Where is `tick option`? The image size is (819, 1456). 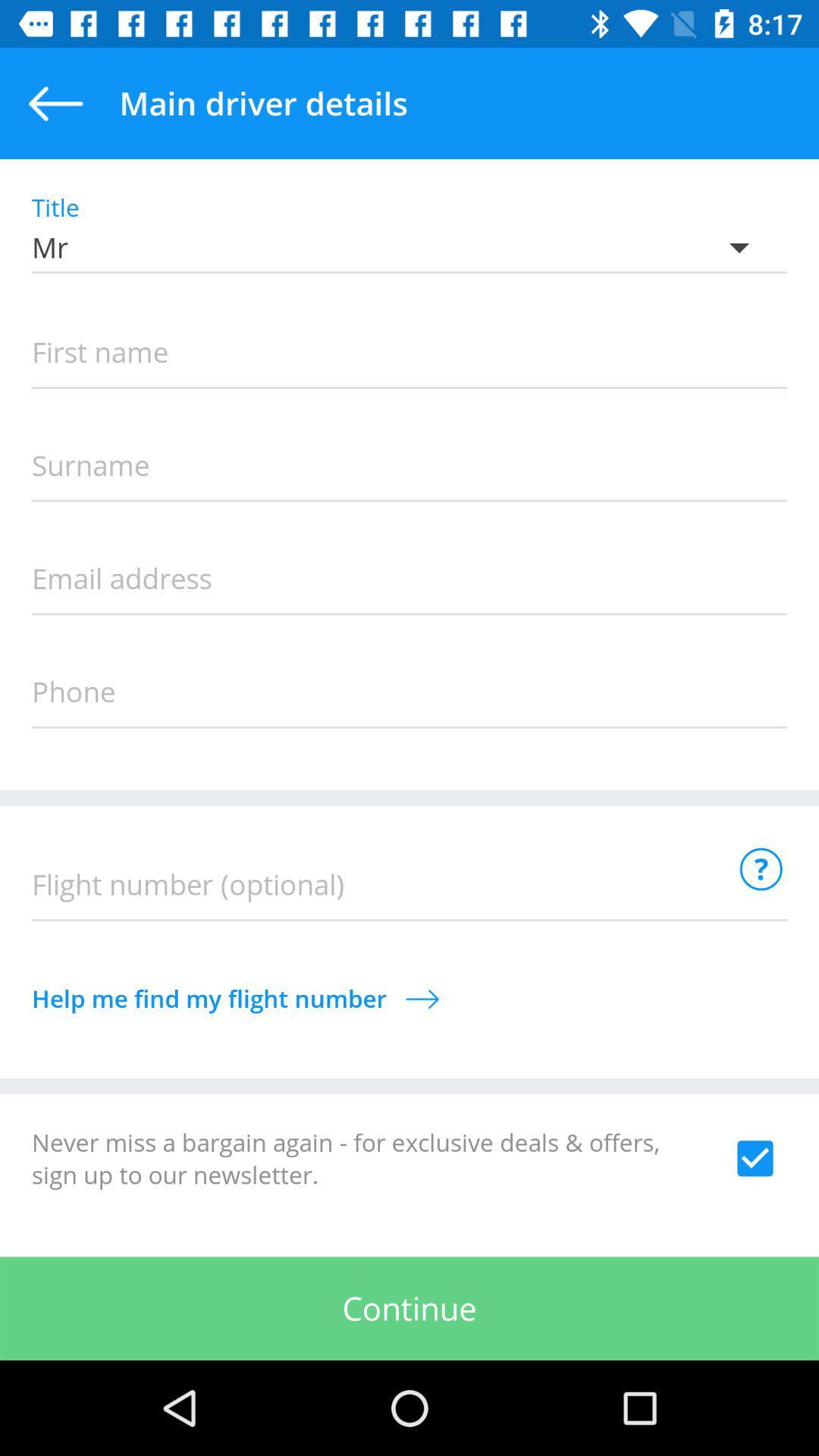
tick option is located at coordinates (755, 1157).